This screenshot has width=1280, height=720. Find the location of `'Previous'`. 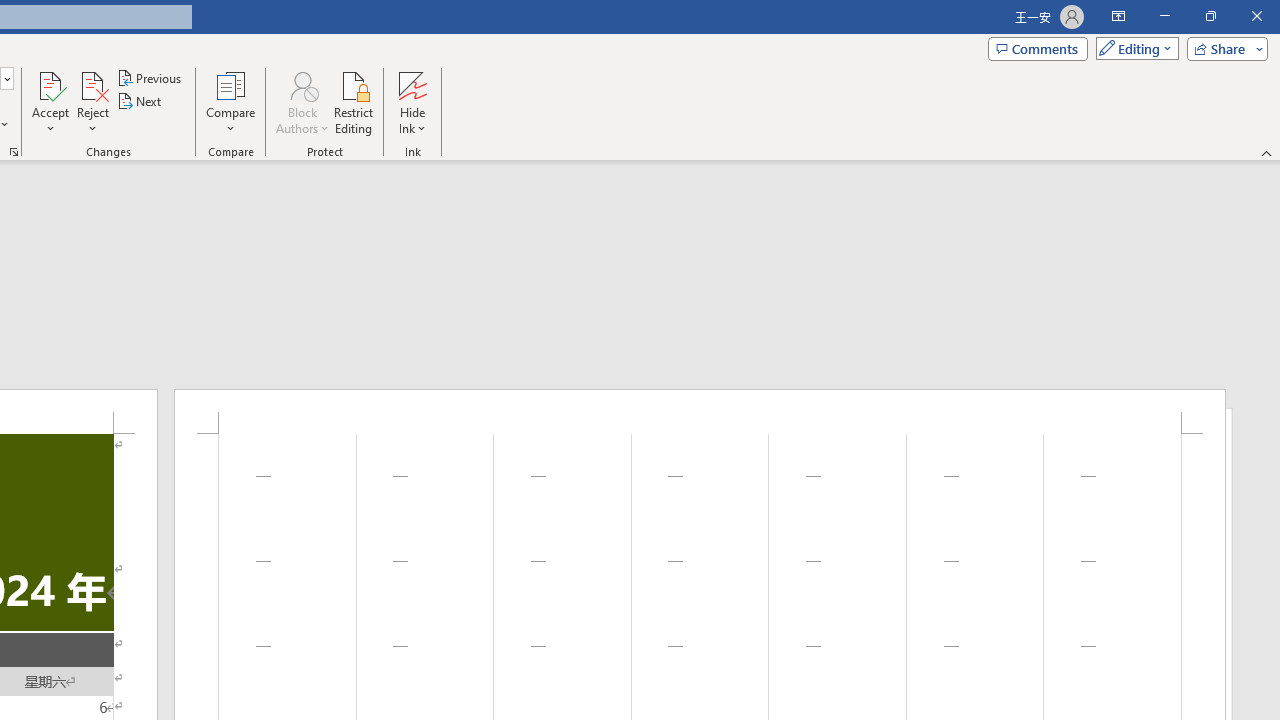

'Previous' is located at coordinates (150, 77).